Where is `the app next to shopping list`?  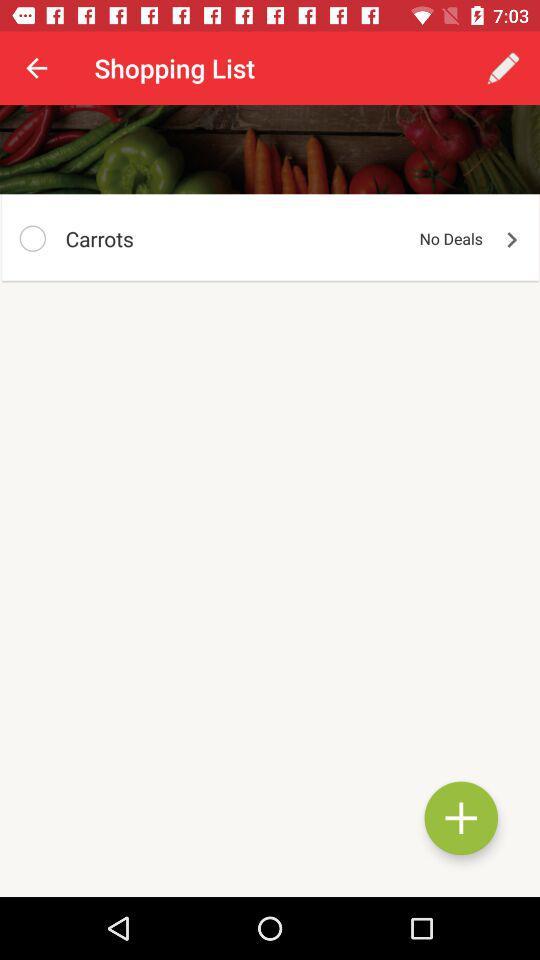
the app next to shopping list is located at coordinates (502, 68).